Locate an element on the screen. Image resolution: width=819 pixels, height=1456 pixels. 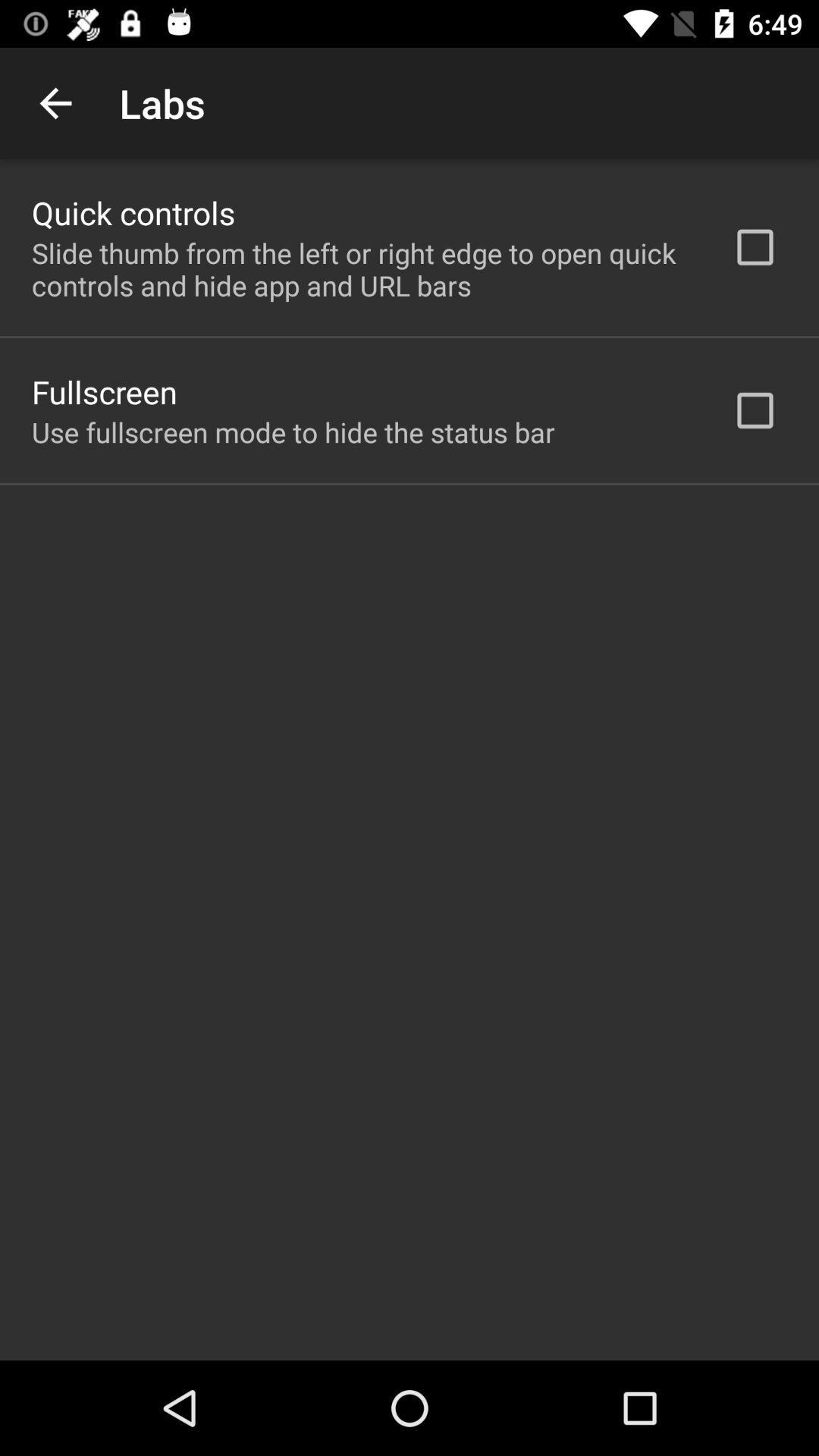
item next to labs app is located at coordinates (55, 102).